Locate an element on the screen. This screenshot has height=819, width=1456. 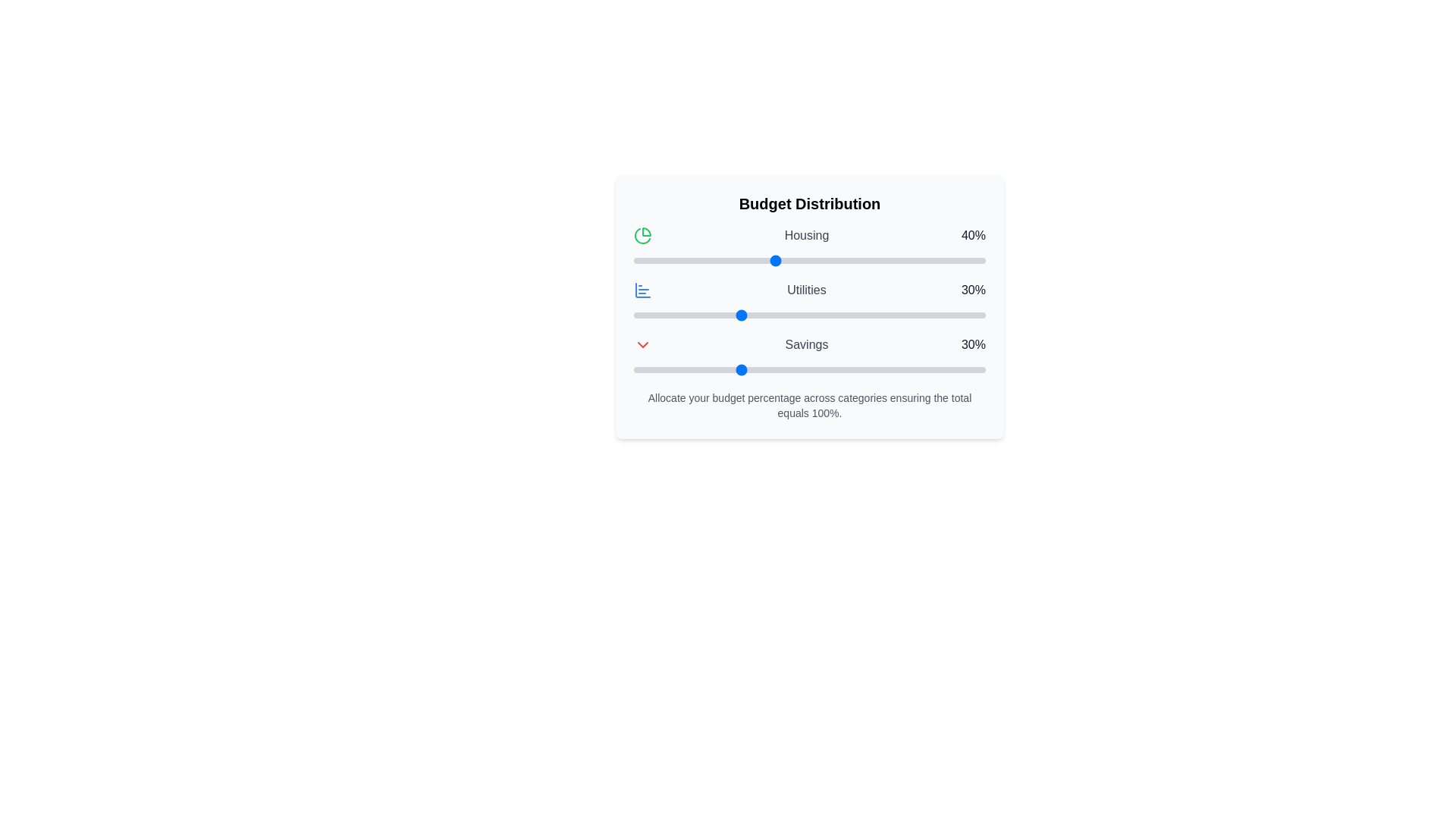
housing budget is located at coordinates (905, 259).